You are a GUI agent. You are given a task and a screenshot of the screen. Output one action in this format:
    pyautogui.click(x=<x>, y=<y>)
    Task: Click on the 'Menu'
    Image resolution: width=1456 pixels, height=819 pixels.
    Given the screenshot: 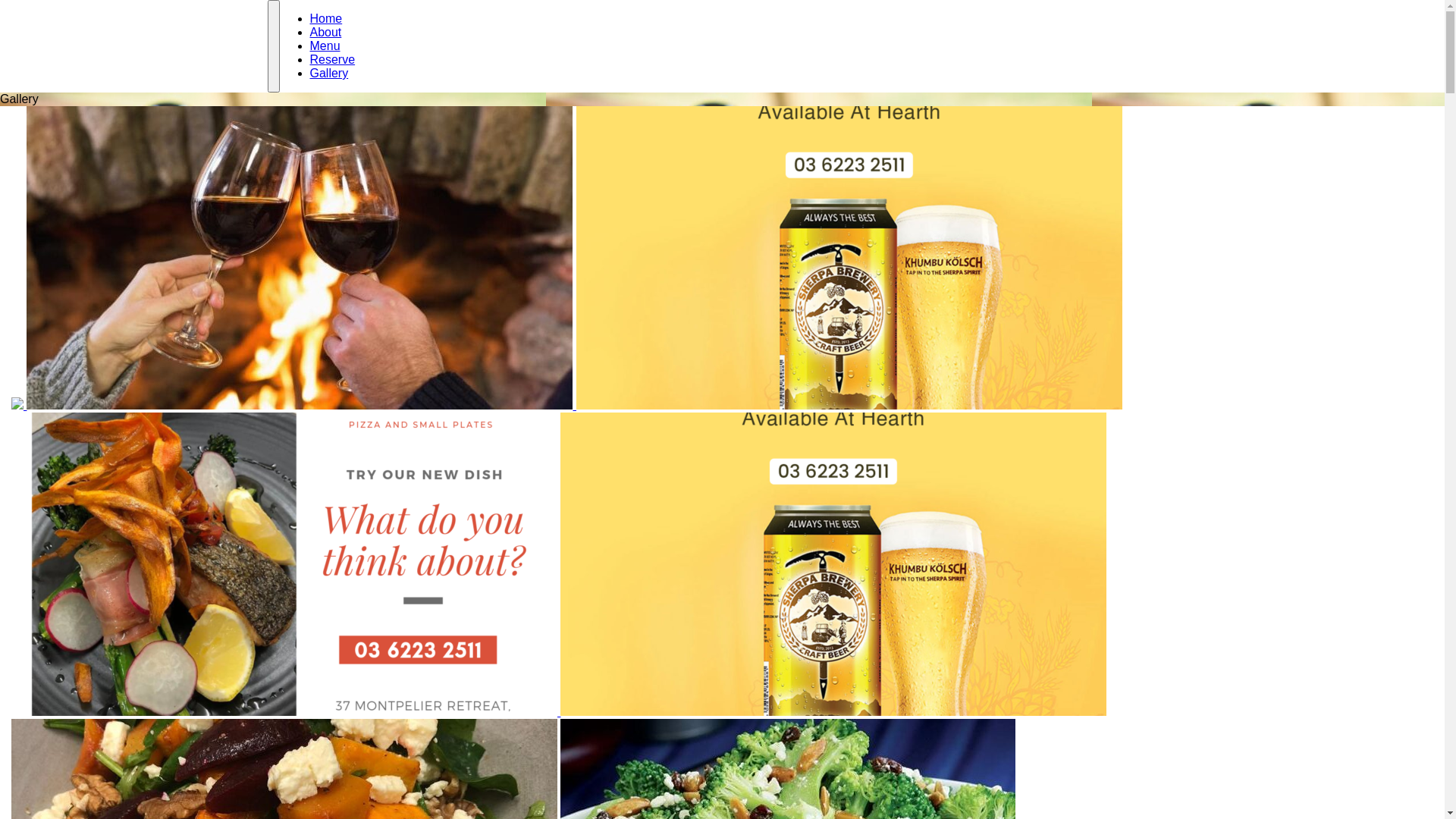 What is the action you would take?
    pyautogui.click(x=309, y=45)
    